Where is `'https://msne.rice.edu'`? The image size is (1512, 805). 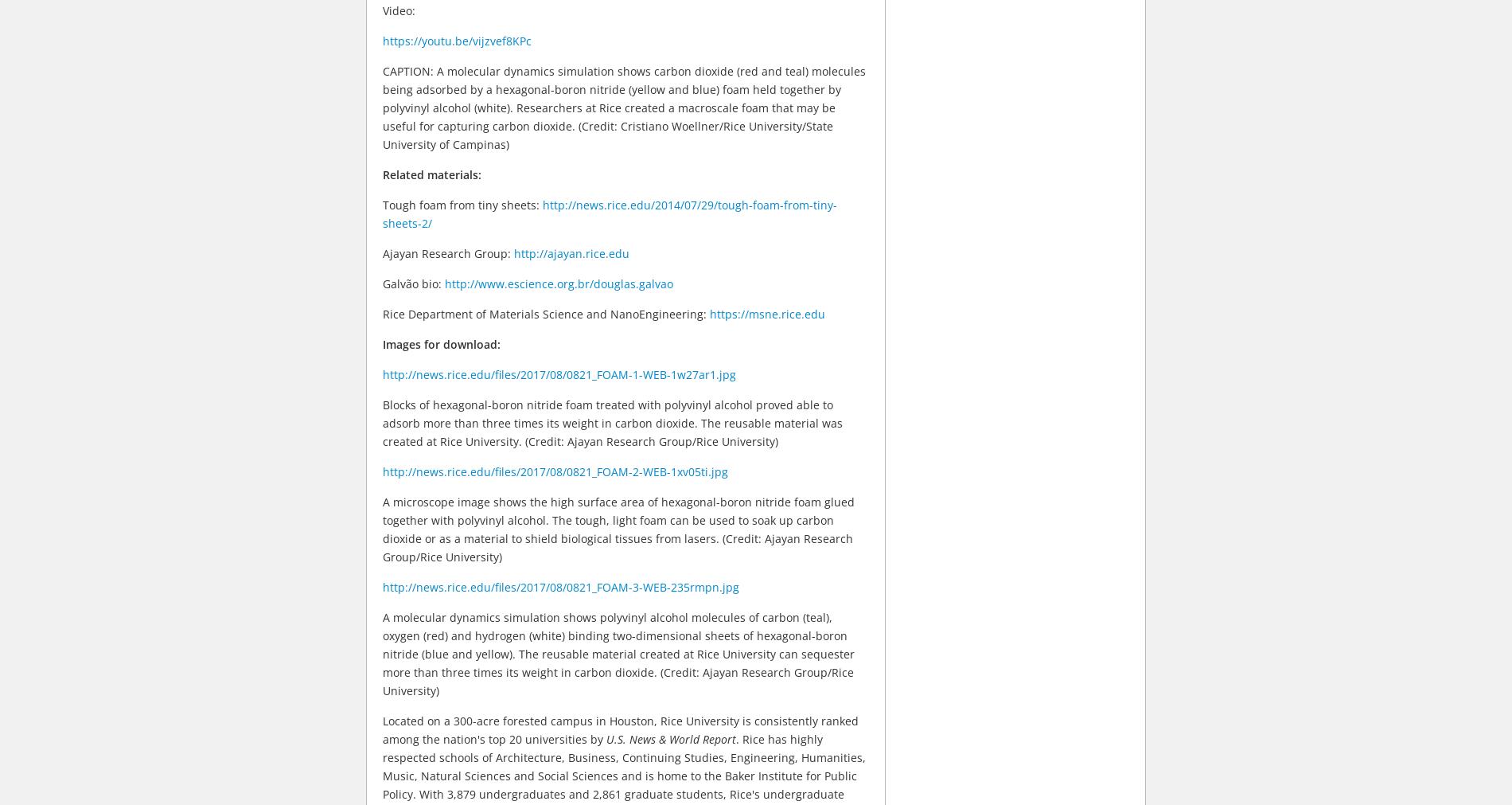
'https://msne.rice.edu' is located at coordinates (709, 312).